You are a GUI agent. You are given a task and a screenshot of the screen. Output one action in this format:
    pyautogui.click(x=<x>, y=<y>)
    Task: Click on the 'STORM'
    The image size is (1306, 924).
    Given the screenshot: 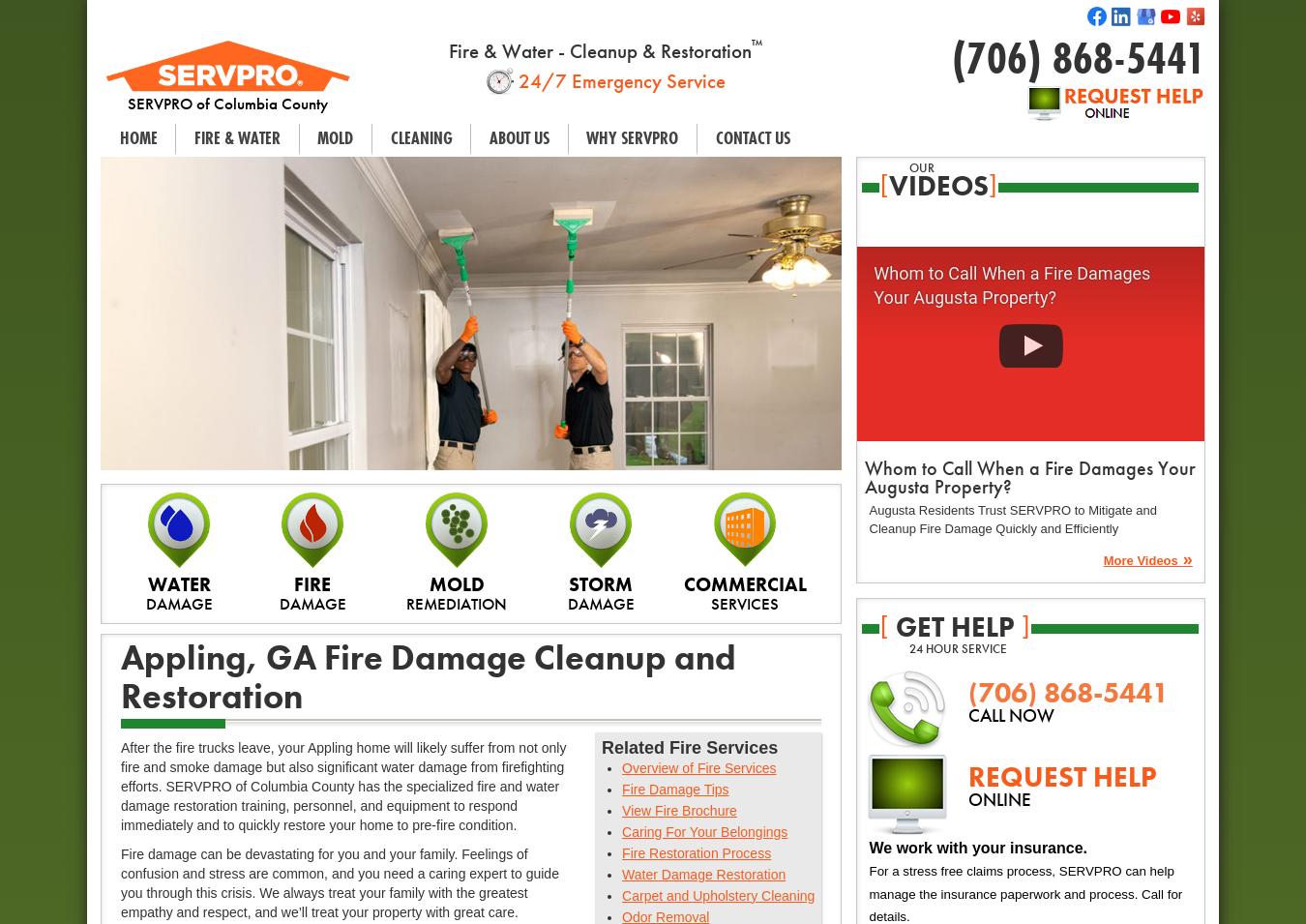 What is the action you would take?
    pyautogui.click(x=601, y=584)
    